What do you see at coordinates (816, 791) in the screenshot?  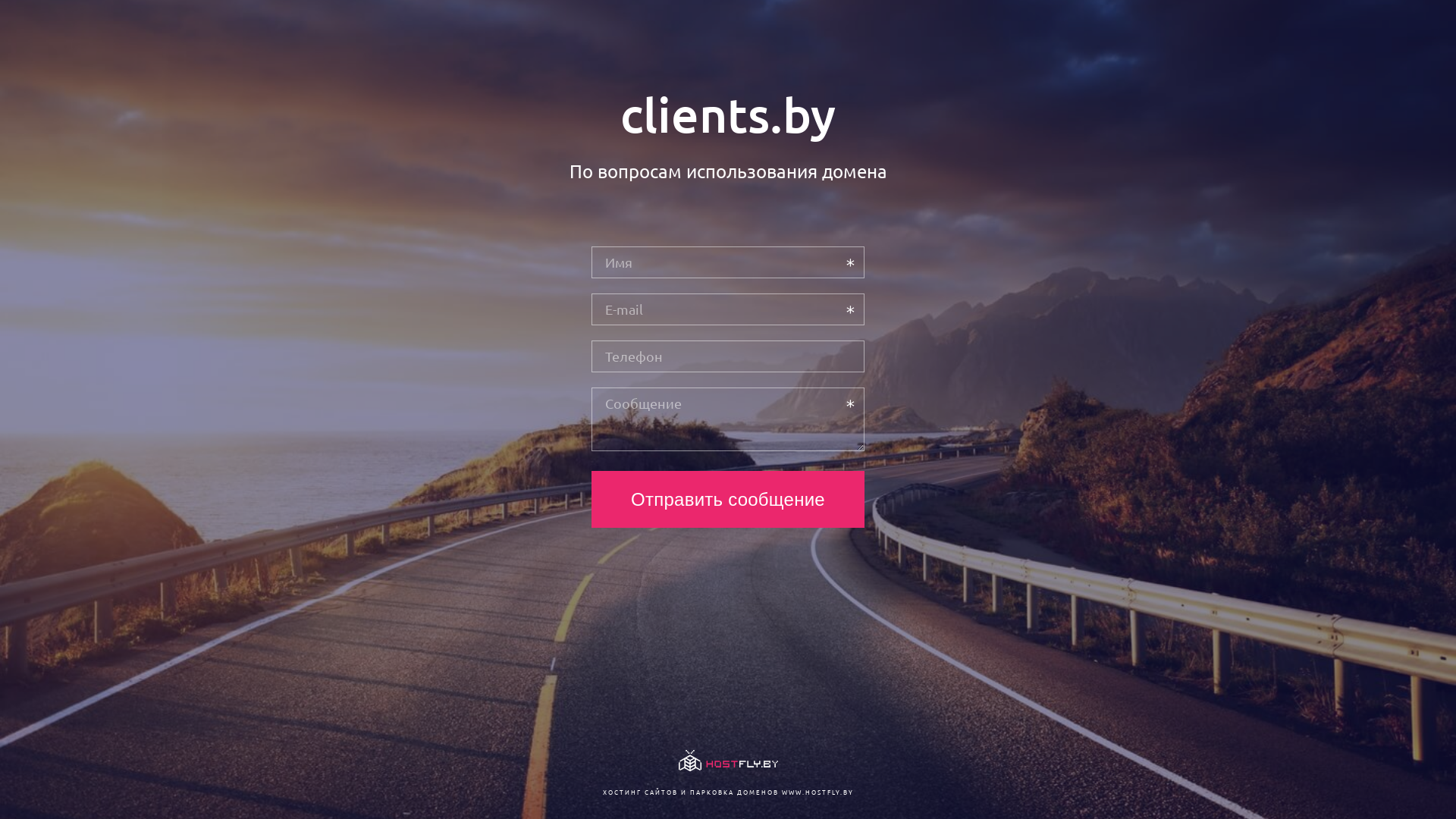 I see `'WWW.HOSTFLY.BY'` at bounding box center [816, 791].